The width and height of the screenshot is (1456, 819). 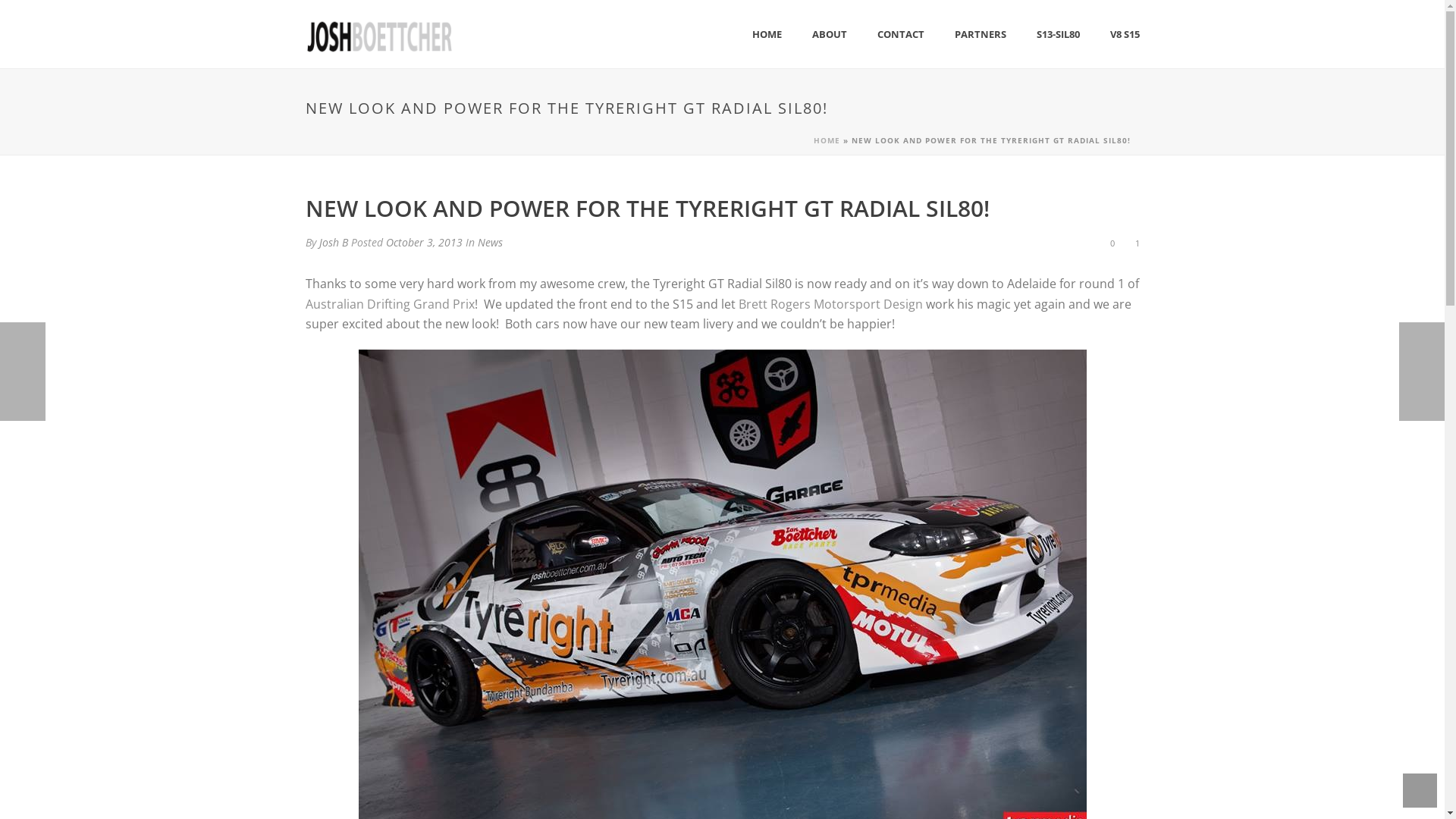 What do you see at coordinates (1056, 34) in the screenshot?
I see `'S13-SIL80'` at bounding box center [1056, 34].